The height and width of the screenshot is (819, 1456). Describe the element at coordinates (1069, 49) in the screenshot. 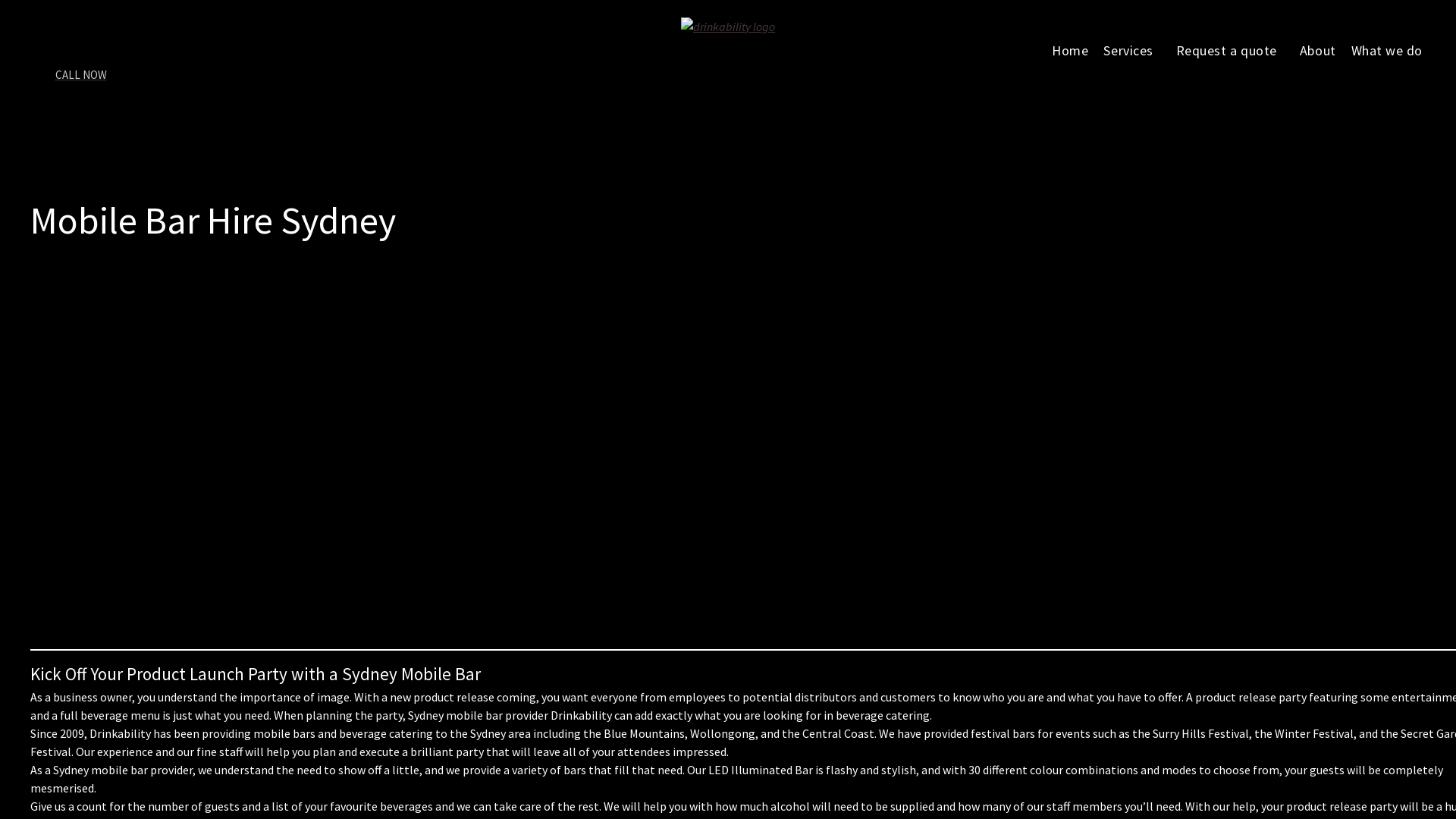

I see `'Home'` at that location.